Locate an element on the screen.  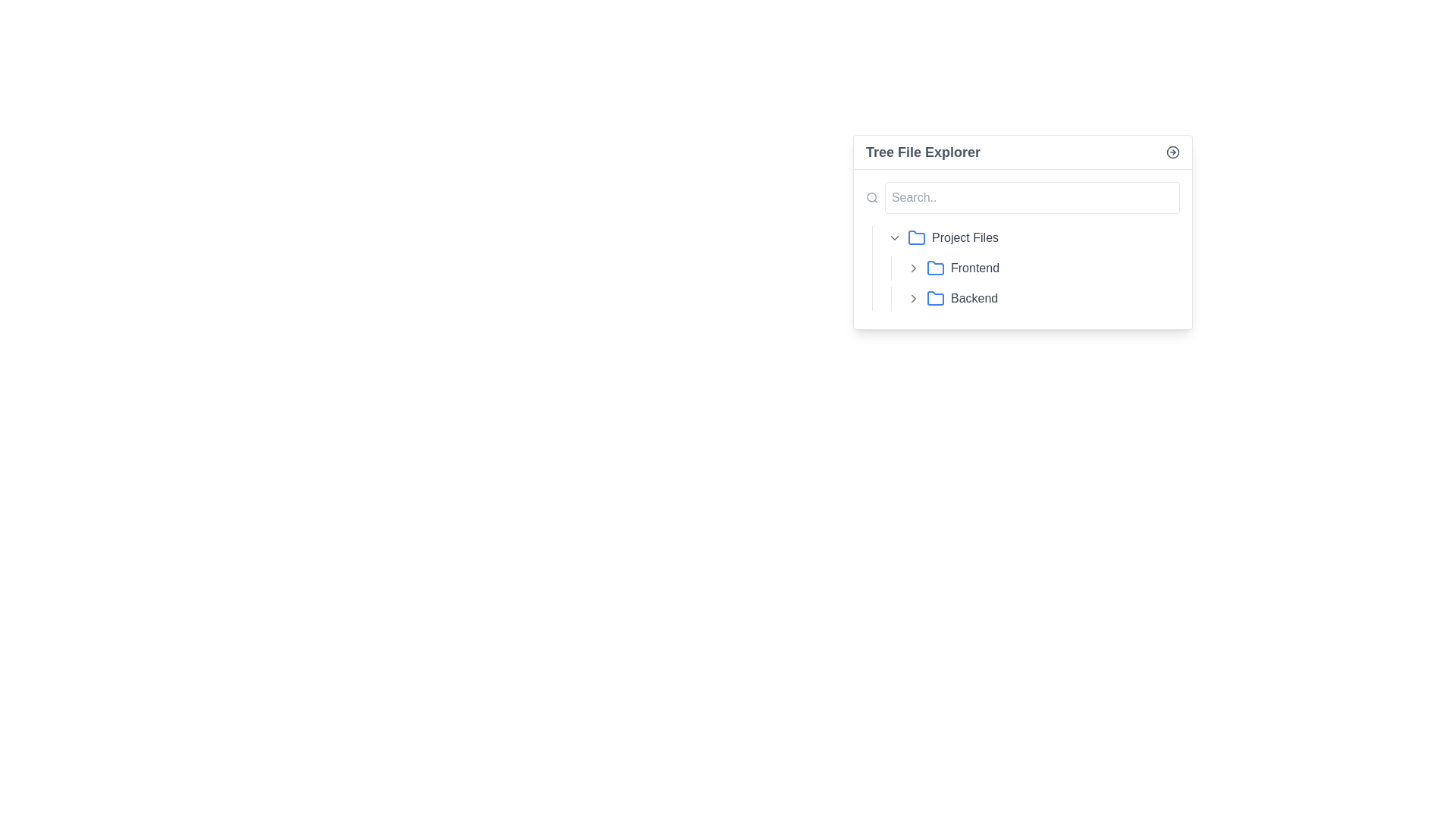
the folder icon labeled 'Backend' which has a blue outline and is part of the 'Tree File Explorer' interface is located at coordinates (934, 298).